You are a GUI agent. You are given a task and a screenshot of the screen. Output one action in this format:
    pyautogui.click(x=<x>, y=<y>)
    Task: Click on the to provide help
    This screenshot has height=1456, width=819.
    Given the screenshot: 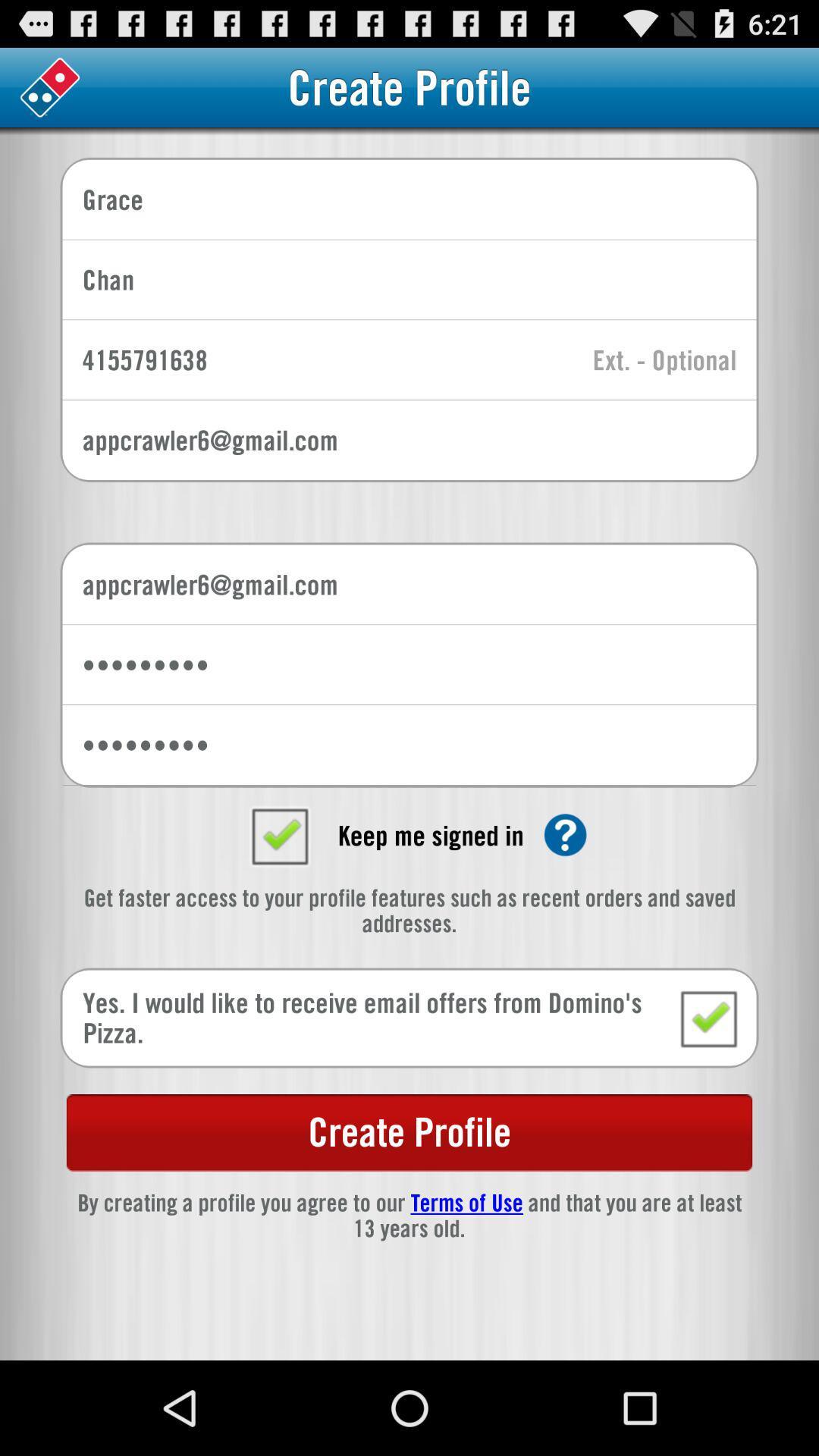 What is the action you would take?
    pyautogui.click(x=565, y=834)
    